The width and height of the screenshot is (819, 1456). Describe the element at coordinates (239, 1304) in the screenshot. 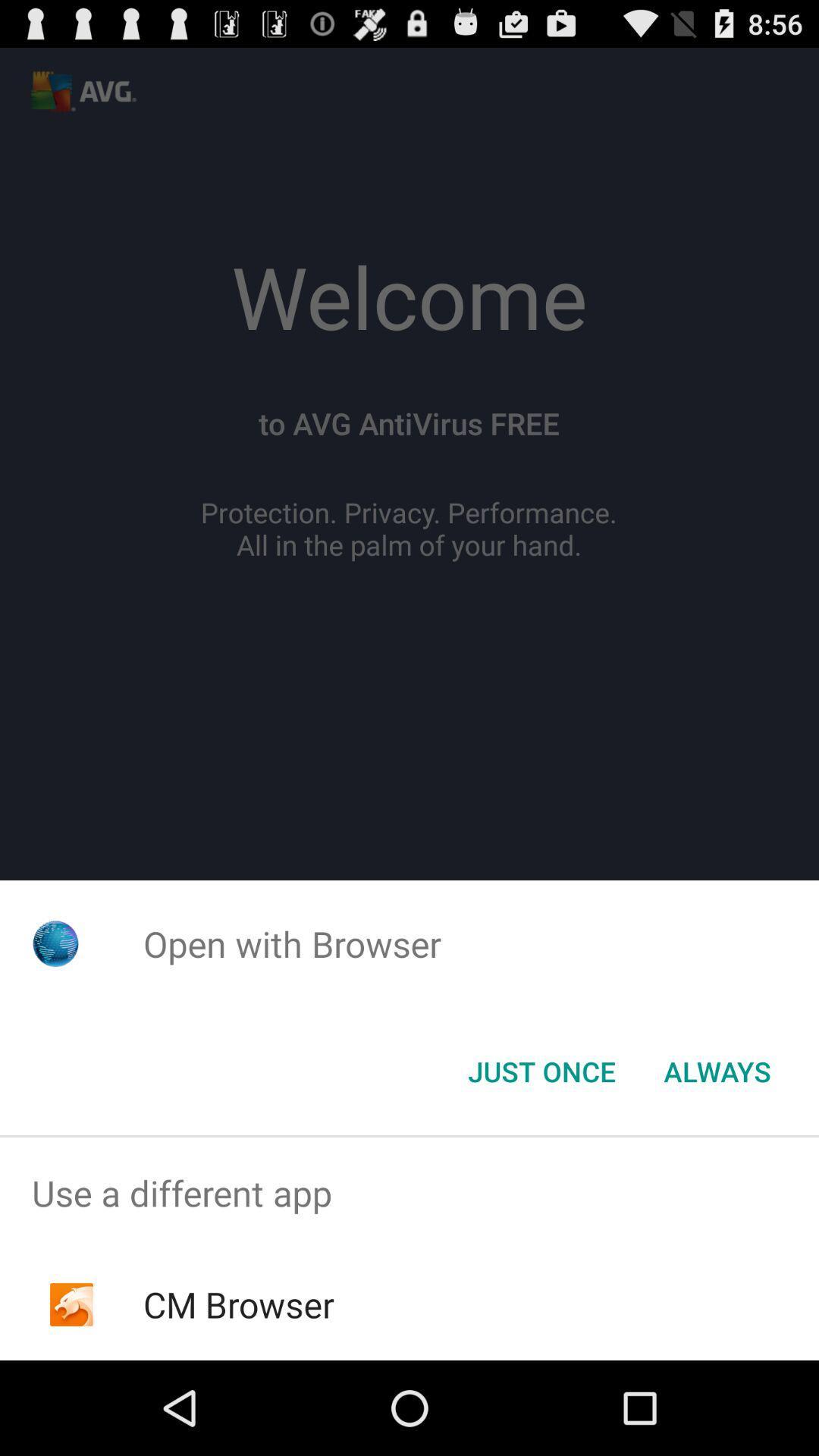

I see `the item below the use a different` at that location.